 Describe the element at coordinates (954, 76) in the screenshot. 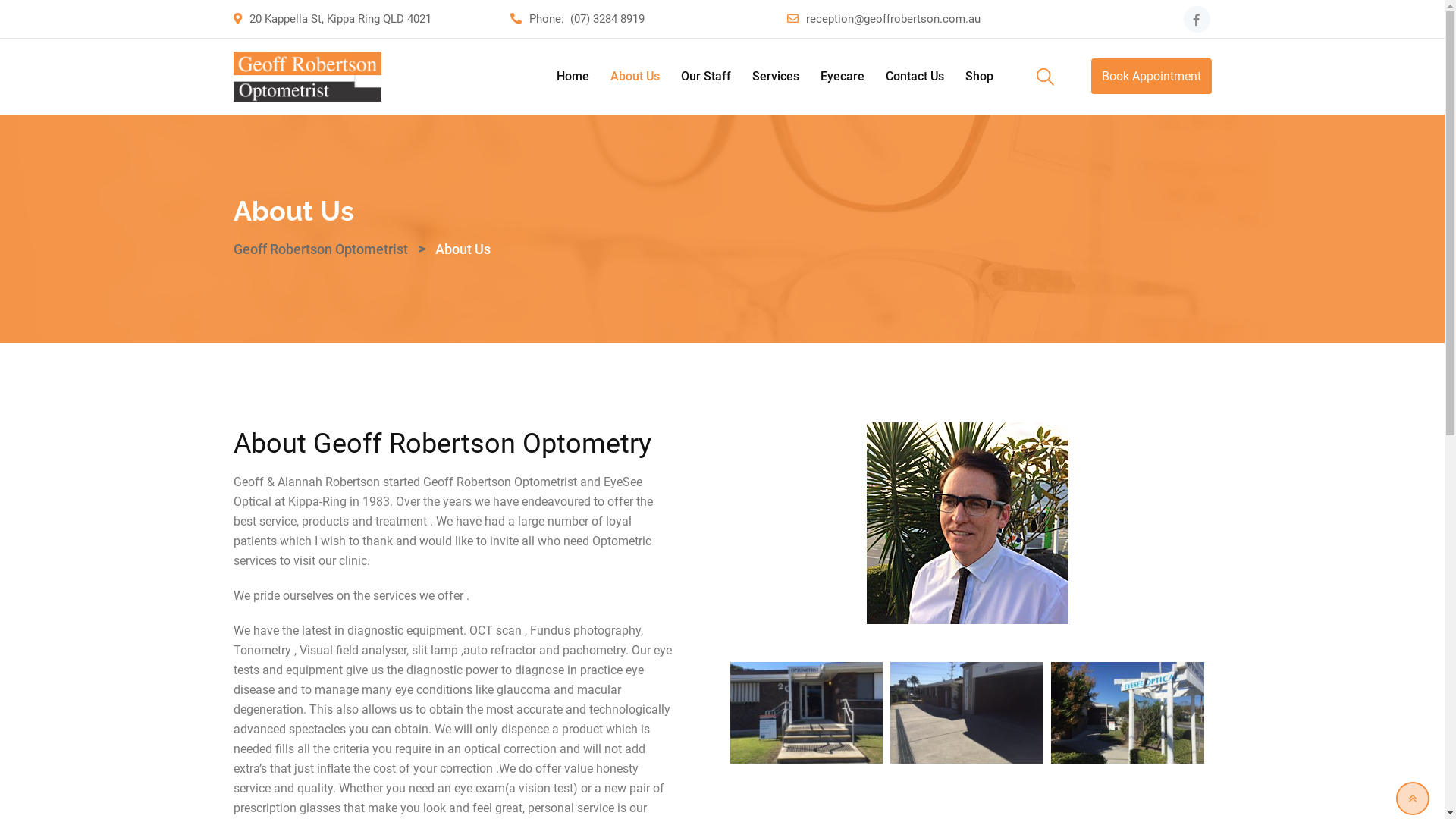

I see `'Shop'` at that location.